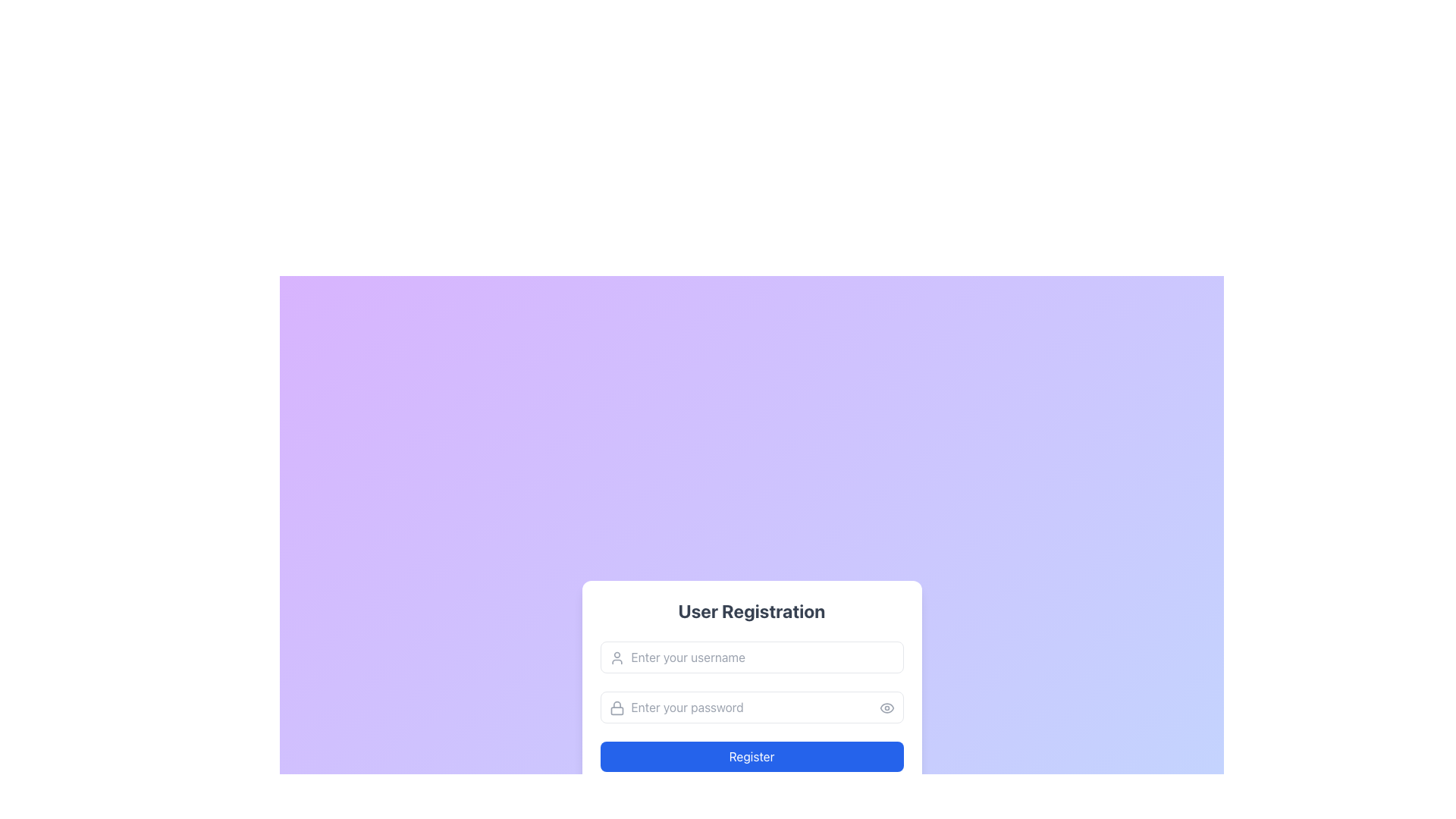 This screenshot has height=819, width=1456. Describe the element at coordinates (617, 708) in the screenshot. I see `the lock icon, which is an SVG-based outline style icon located inside the password input field on the left side, serving as a security visual cue` at that location.